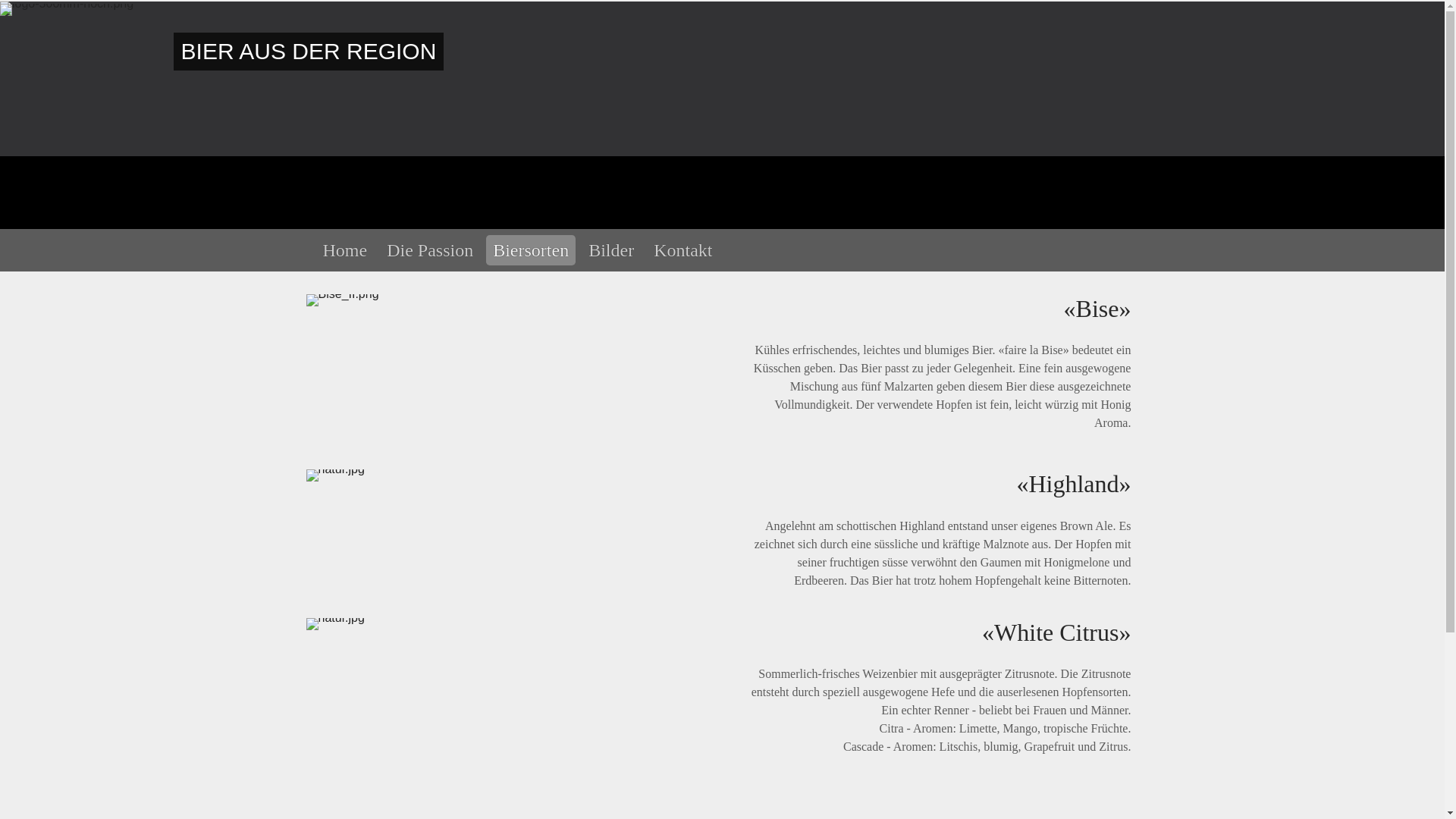 Image resolution: width=1456 pixels, height=819 pixels. I want to click on 'Biersorten', so click(486, 249).